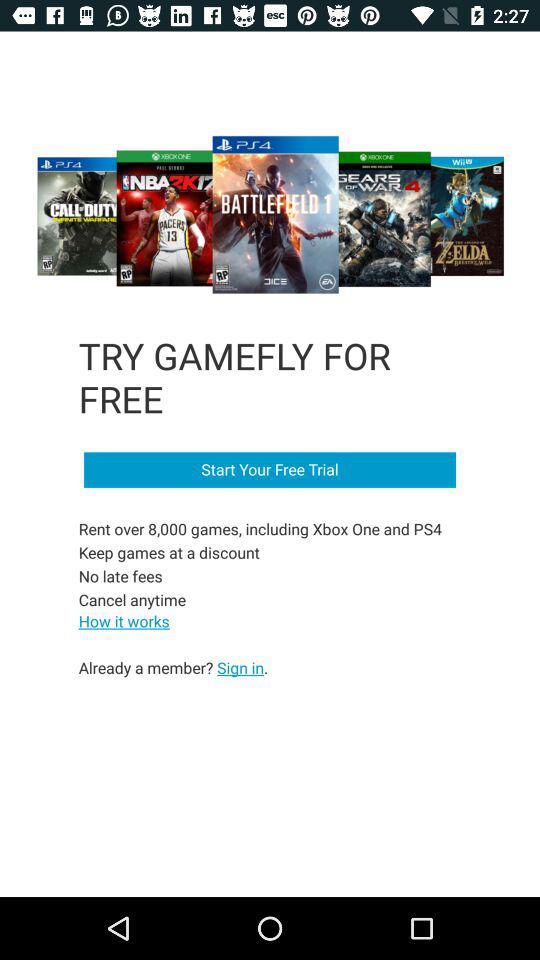 Image resolution: width=540 pixels, height=960 pixels. Describe the element at coordinates (262, 564) in the screenshot. I see `item above the how it works` at that location.